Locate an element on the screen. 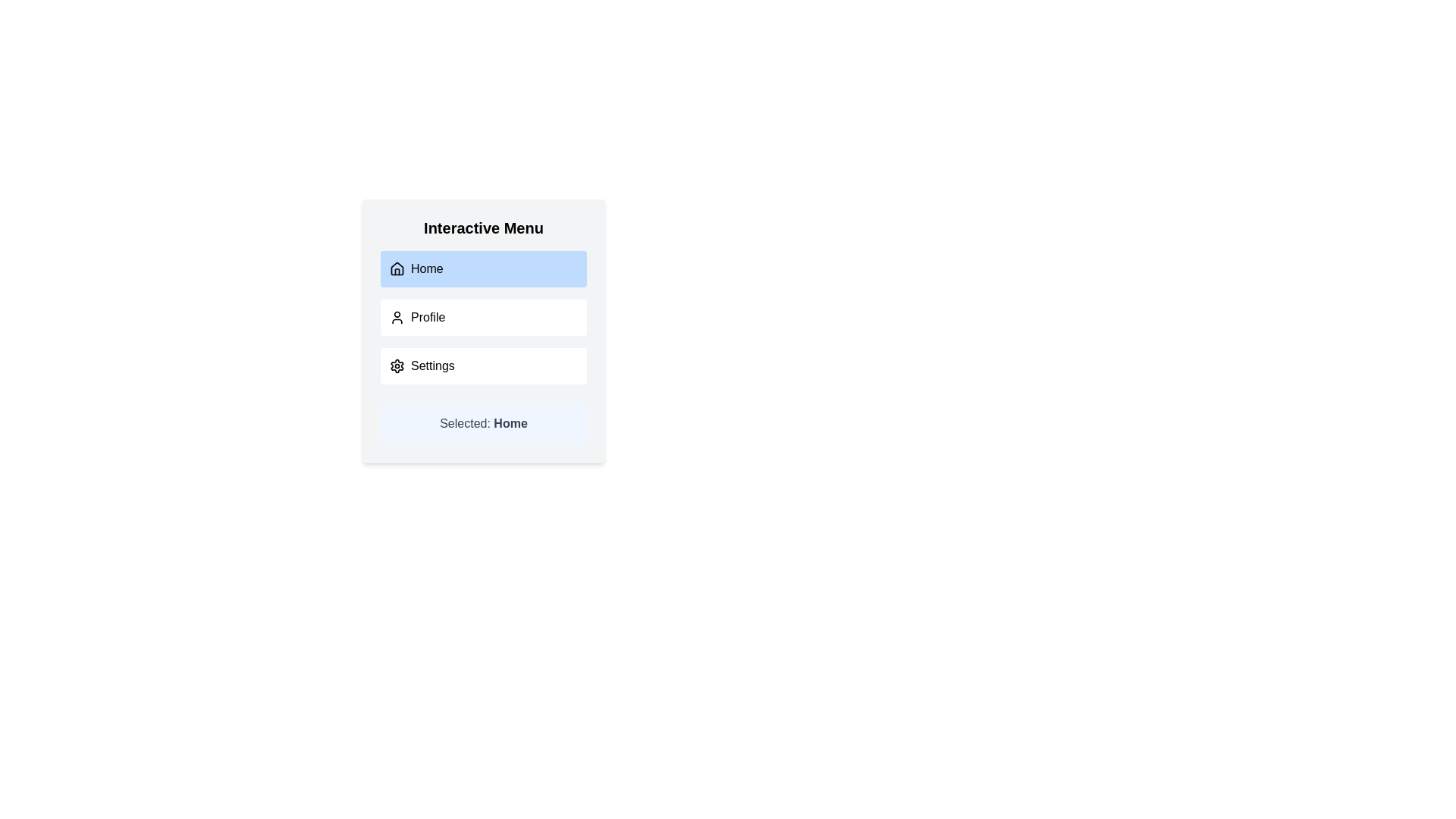  the 'Profile' text label is located at coordinates (427, 317).